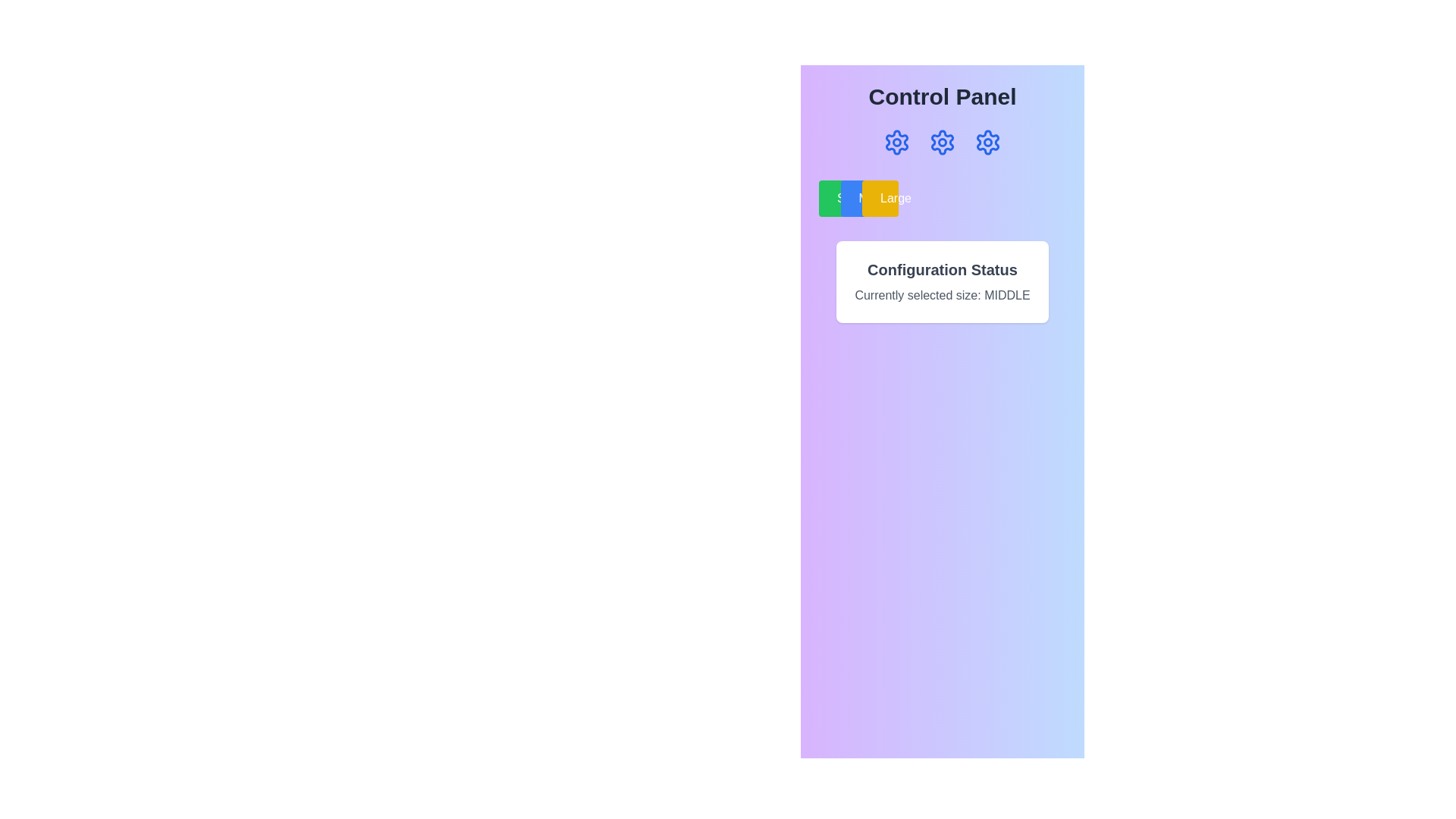 This screenshot has width=1456, height=819. What do you see at coordinates (836, 198) in the screenshot?
I see `the green button labeled 'Small' located to the left of the 'Middle' button` at bounding box center [836, 198].